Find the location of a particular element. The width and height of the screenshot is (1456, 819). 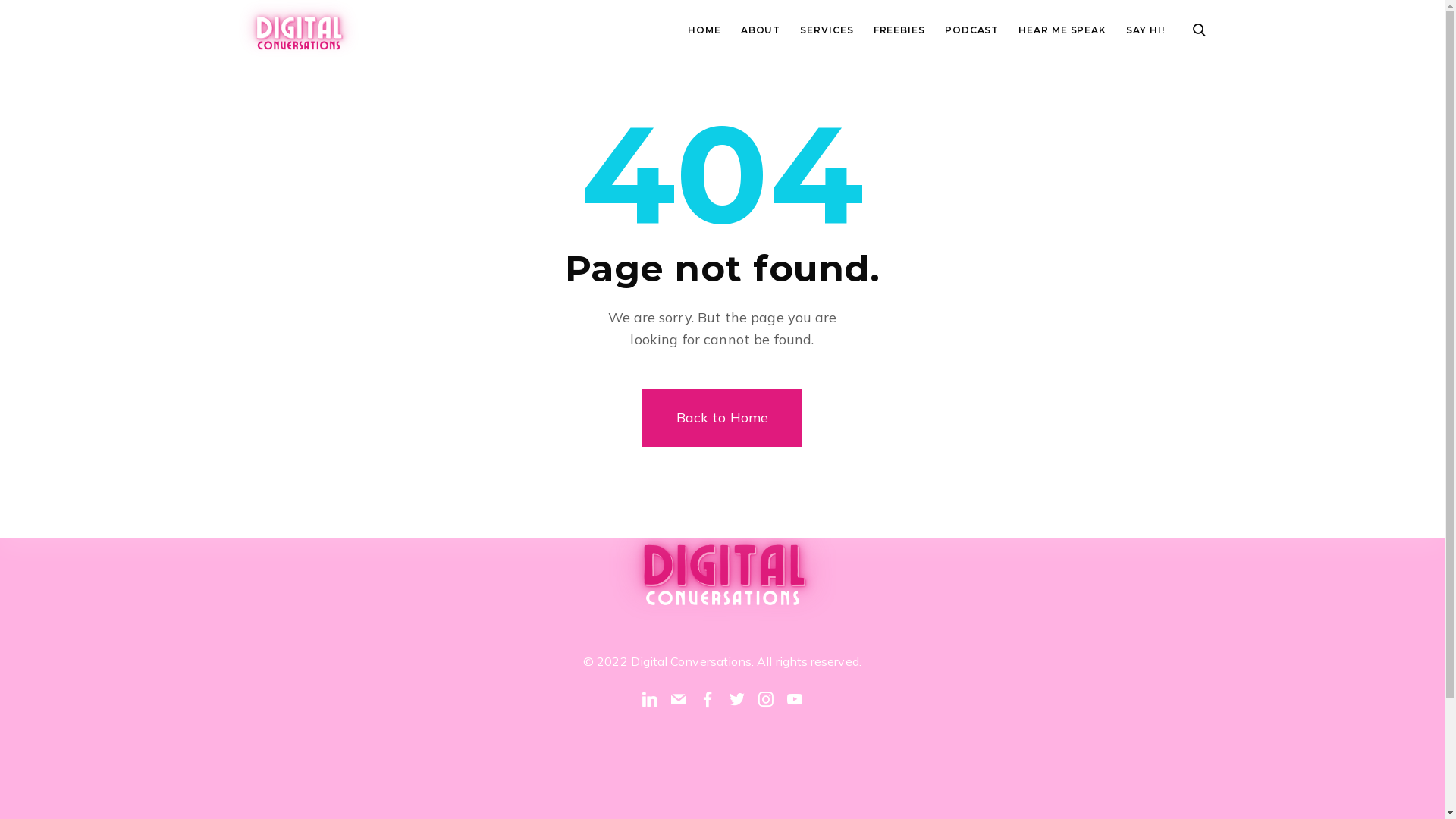

'SAY HI!' is located at coordinates (1145, 30).